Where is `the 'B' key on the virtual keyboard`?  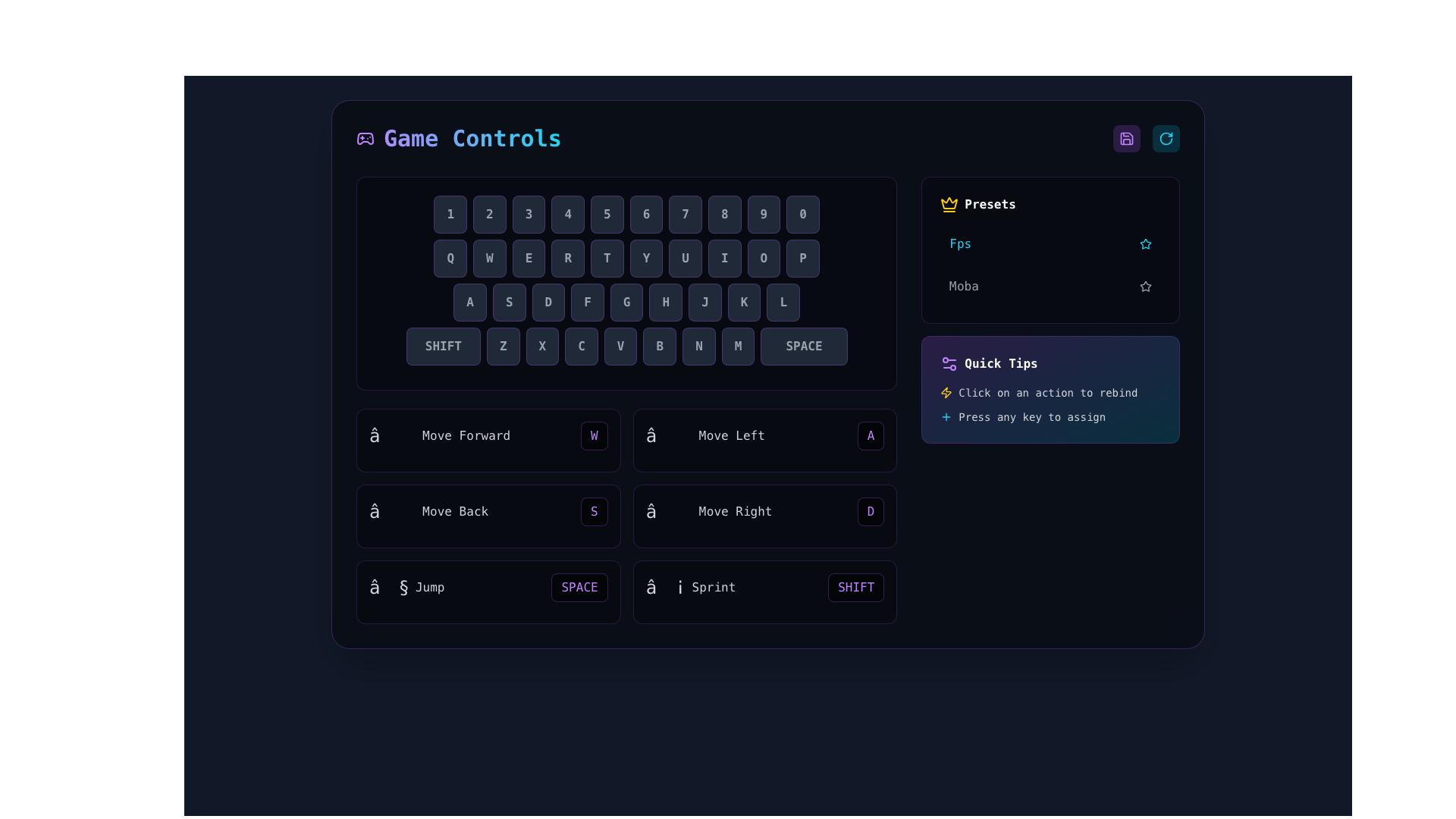
the 'B' key on the virtual keyboard is located at coordinates (660, 346).